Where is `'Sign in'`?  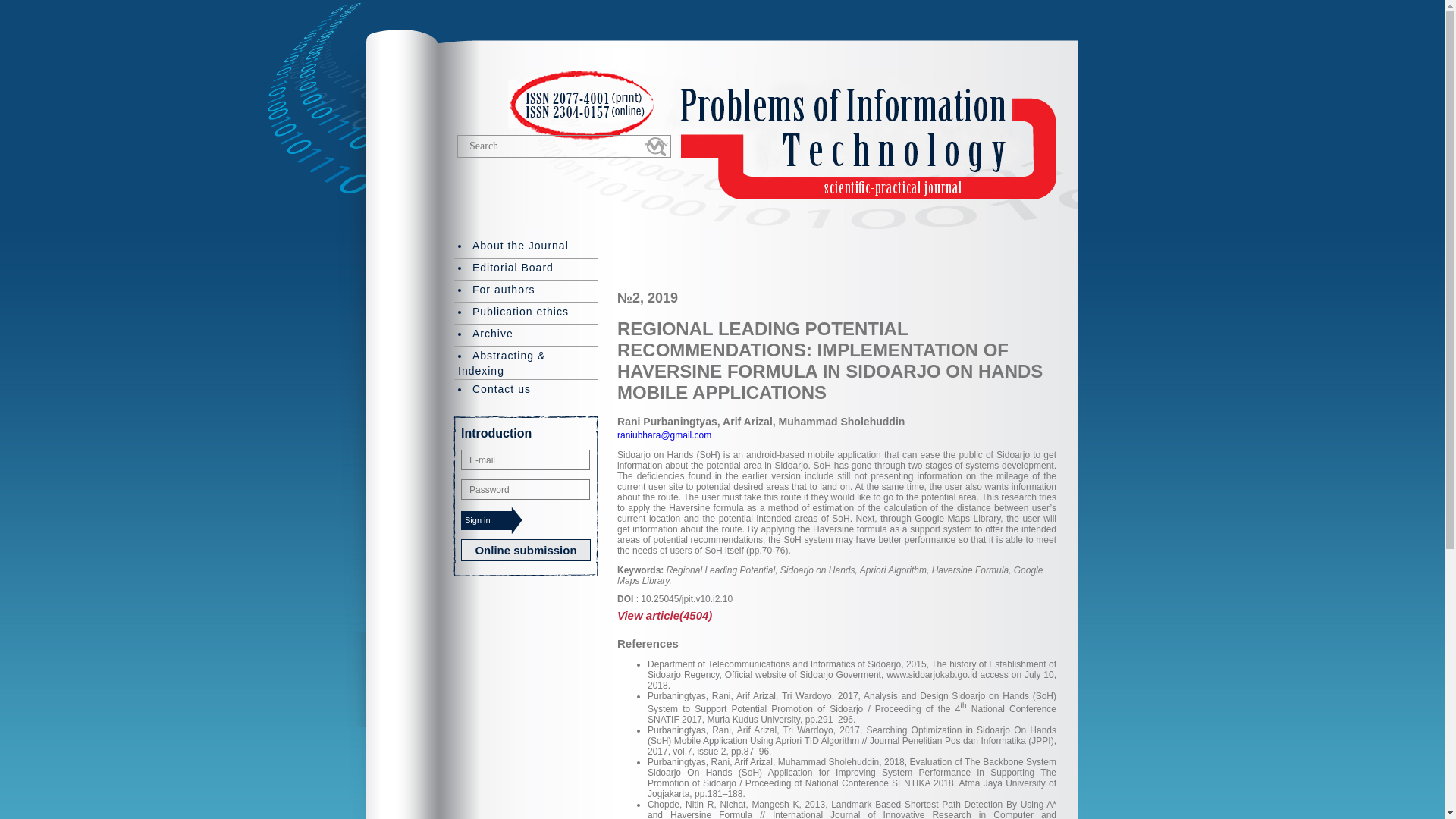 'Sign in' is located at coordinates (491, 519).